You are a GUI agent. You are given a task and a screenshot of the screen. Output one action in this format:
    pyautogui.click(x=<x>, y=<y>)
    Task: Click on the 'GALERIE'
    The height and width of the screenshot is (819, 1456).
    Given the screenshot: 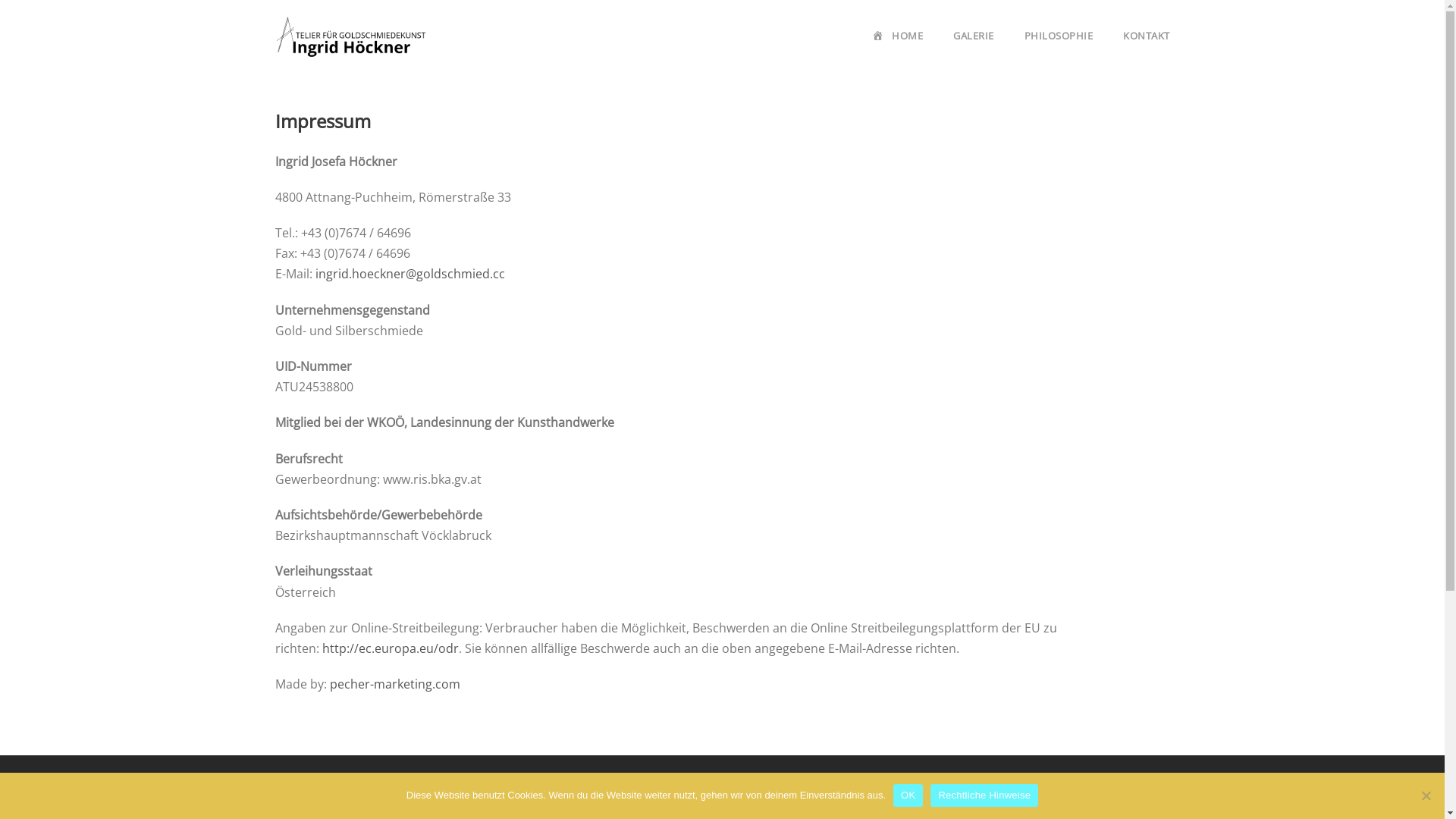 What is the action you would take?
    pyautogui.click(x=973, y=48)
    